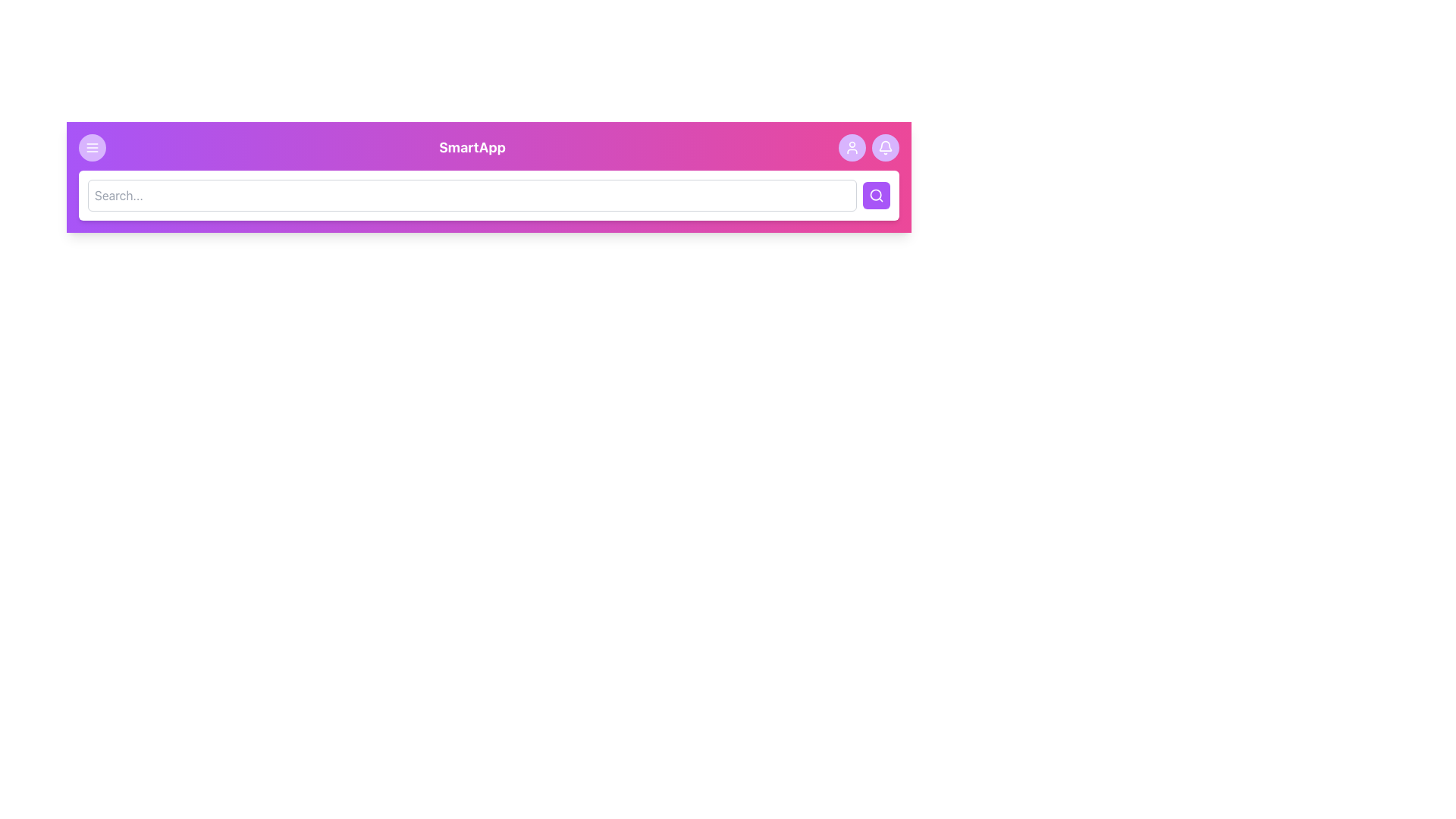 The width and height of the screenshot is (1456, 819). I want to click on the lower curved part of the bell icon located in the top-right corner of the interface, which represents notifications or alerts, so click(885, 146).